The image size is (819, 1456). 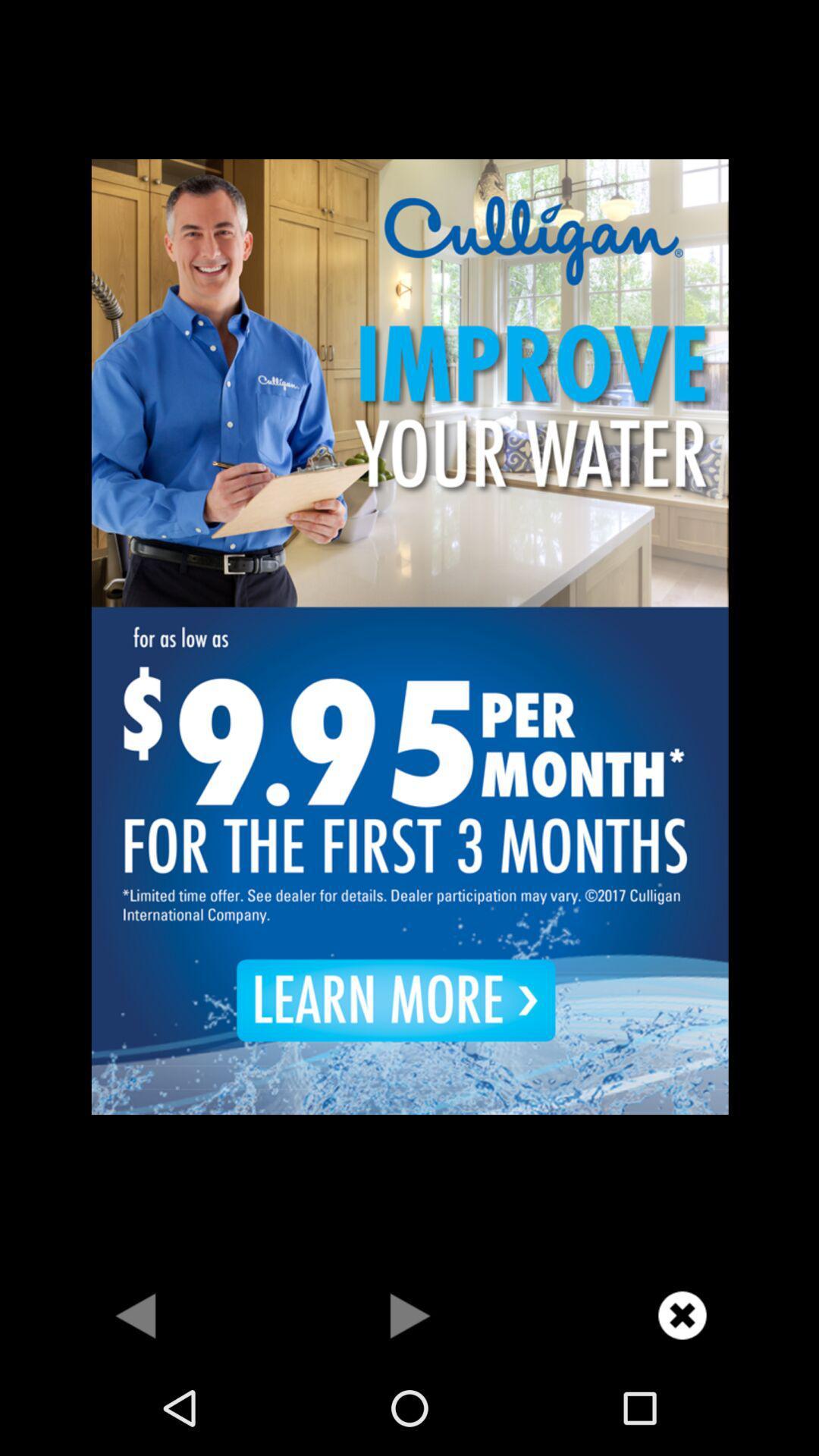 I want to click on the arrow_backward icon, so click(x=136, y=1407).